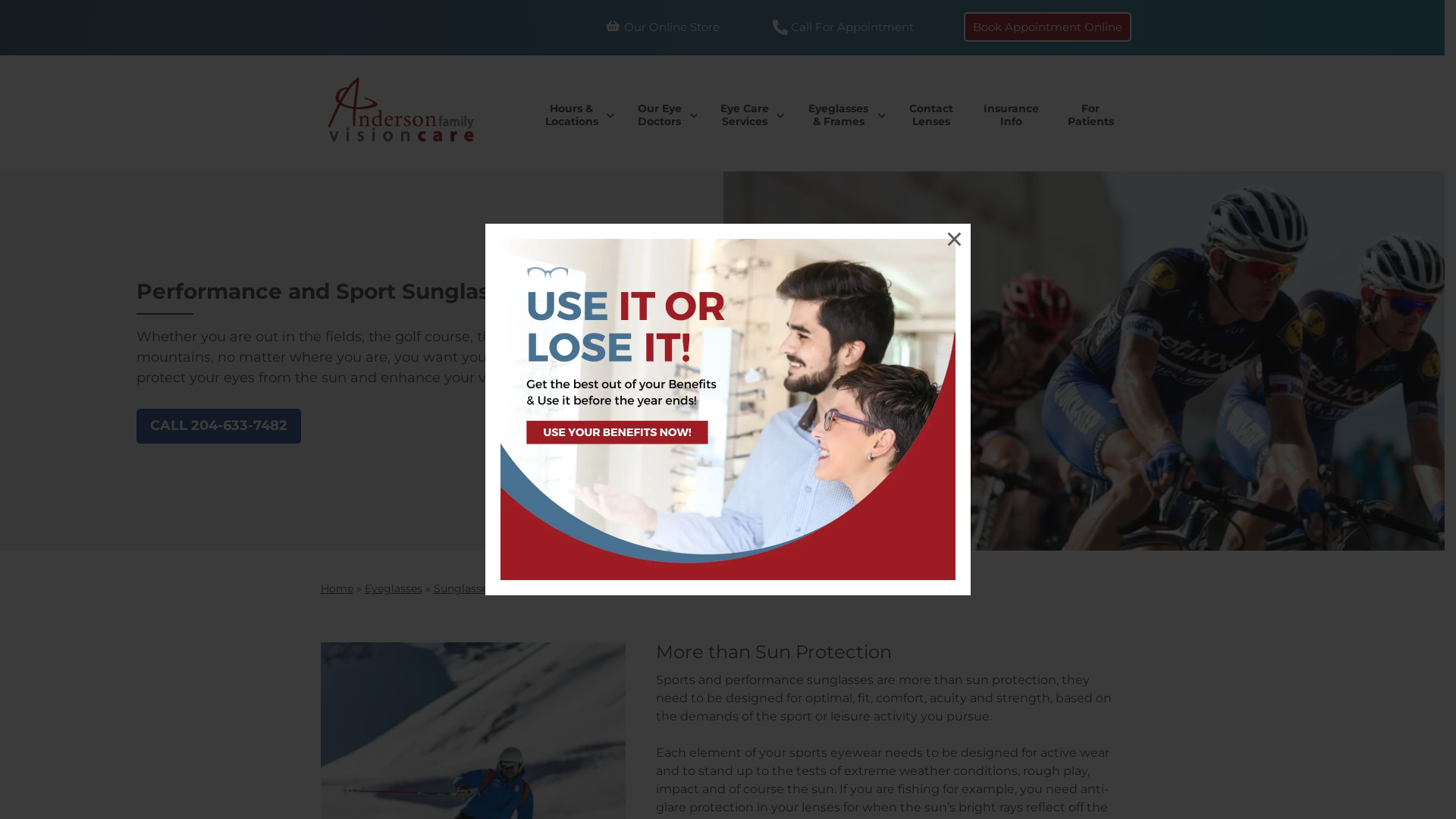 This screenshot has width=1456, height=819. What do you see at coordinates (790, 114) in the screenshot?
I see `'Eyeglasses & Frames'` at bounding box center [790, 114].